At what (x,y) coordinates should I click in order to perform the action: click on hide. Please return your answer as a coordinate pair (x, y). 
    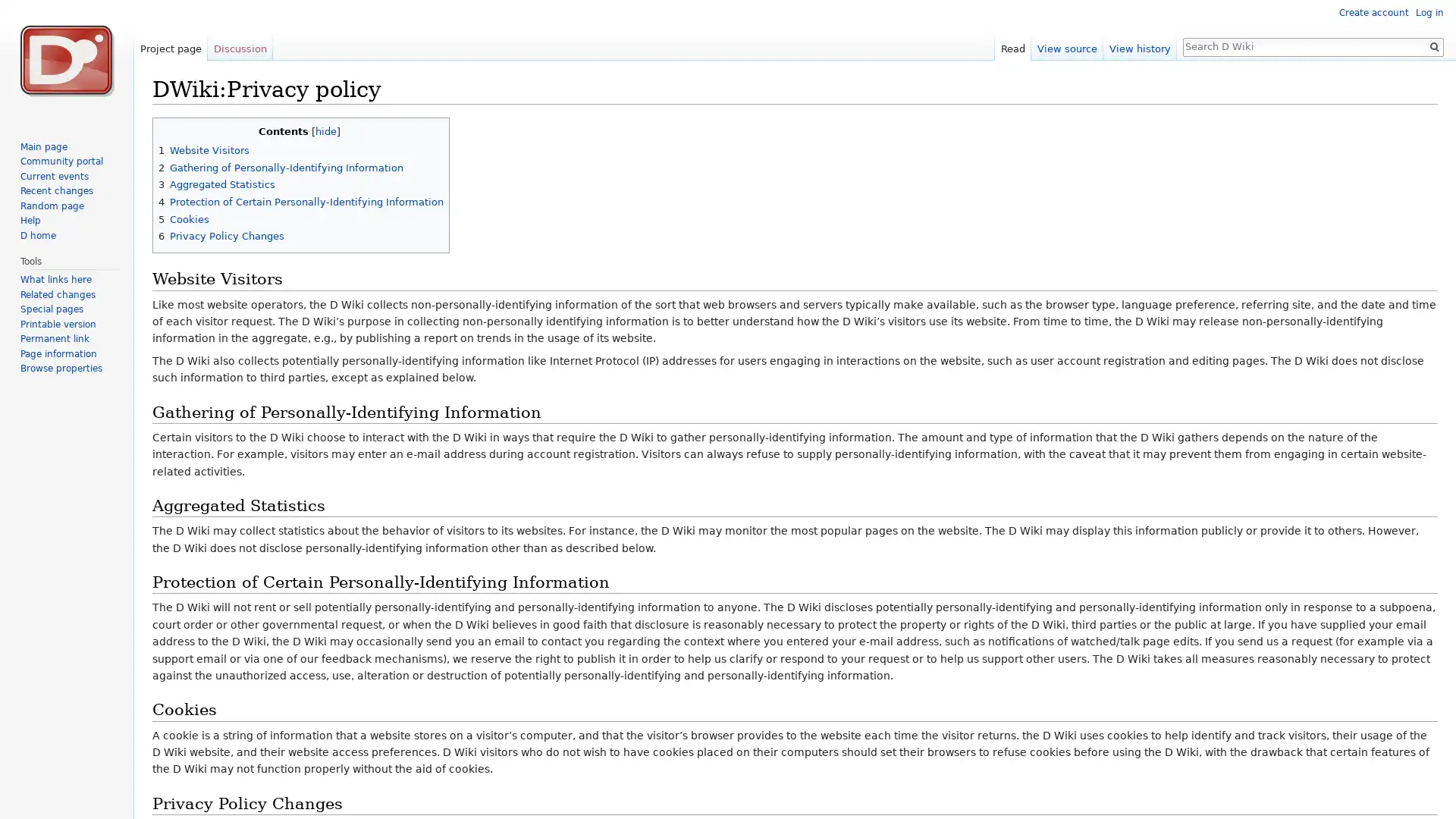
    Looking at the image, I should click on (324, 130).